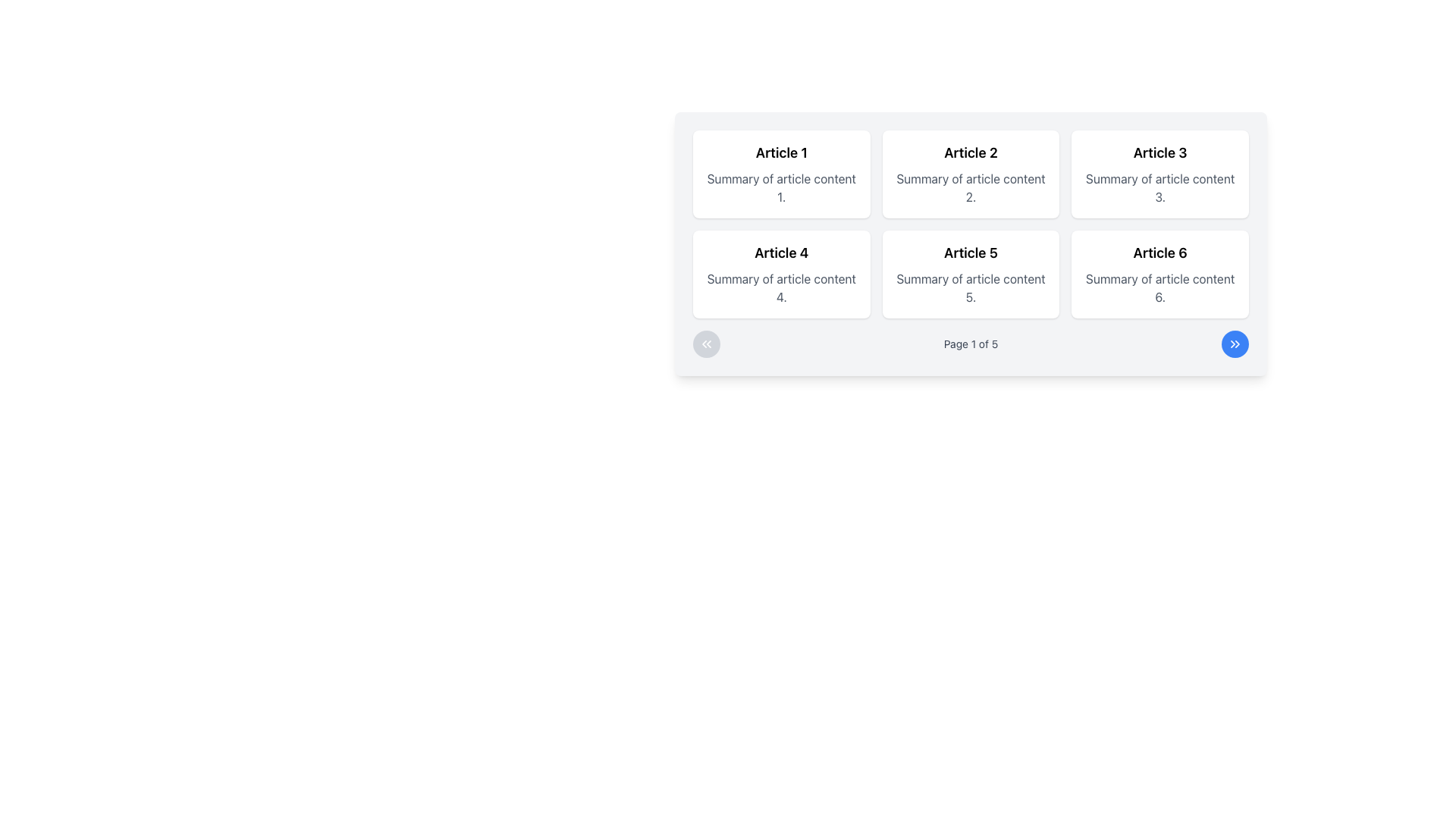 Image resolution: width=1456 pixels, height=819 pixels. I want to click on the text displaying the phrase 'Summary of article content 4.' located beneath the header 'Article 4' in the second row and first column of the grid layout, so click(781, 288).